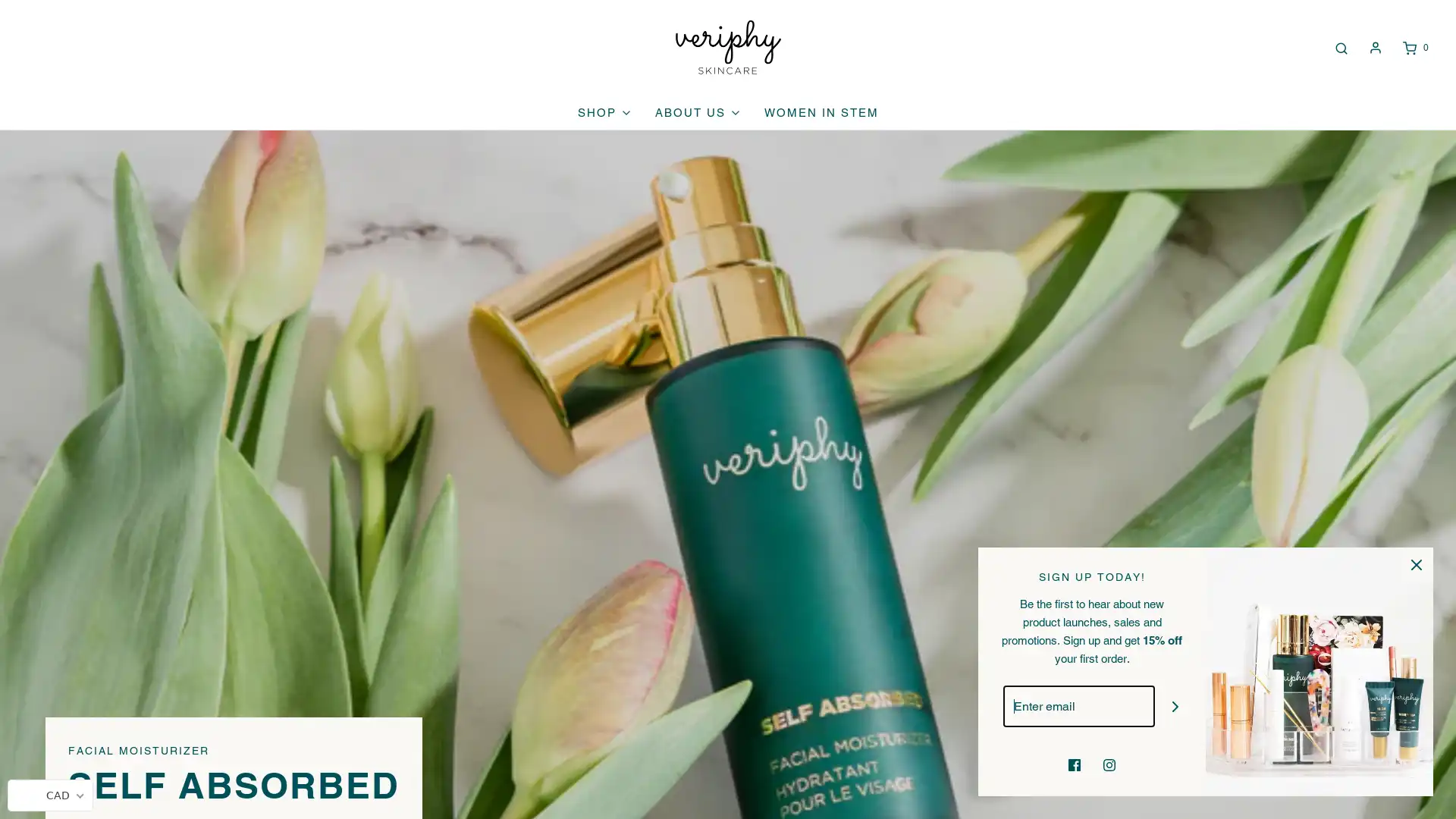 Image resolution: width=1456 pixels, height=819 pixels. I want to click on Join, so click(1174, 706).